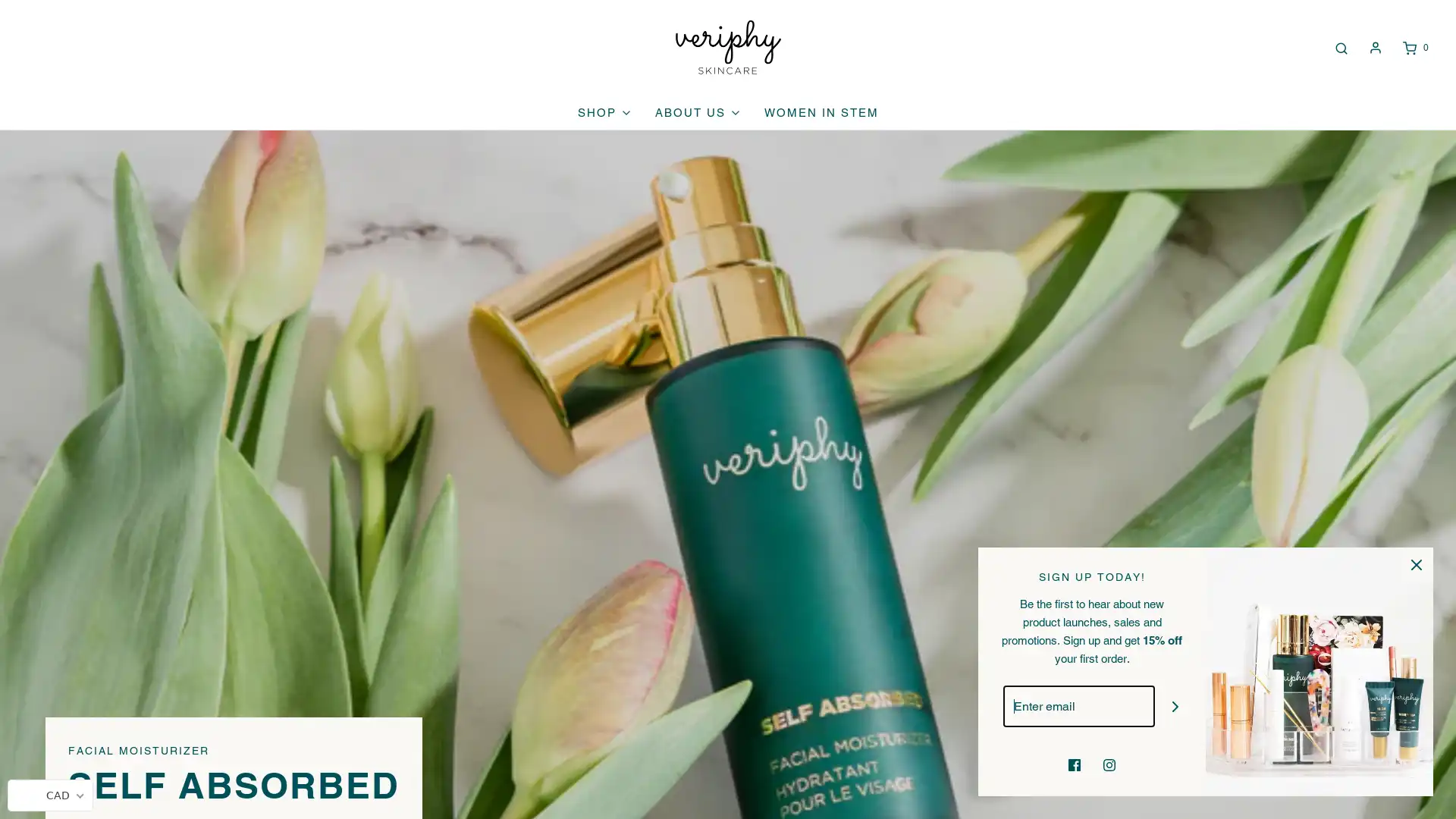 Image resolution: width=1456 pixels, height=819 pixels. I want to click on Join, so click(1174, 706).